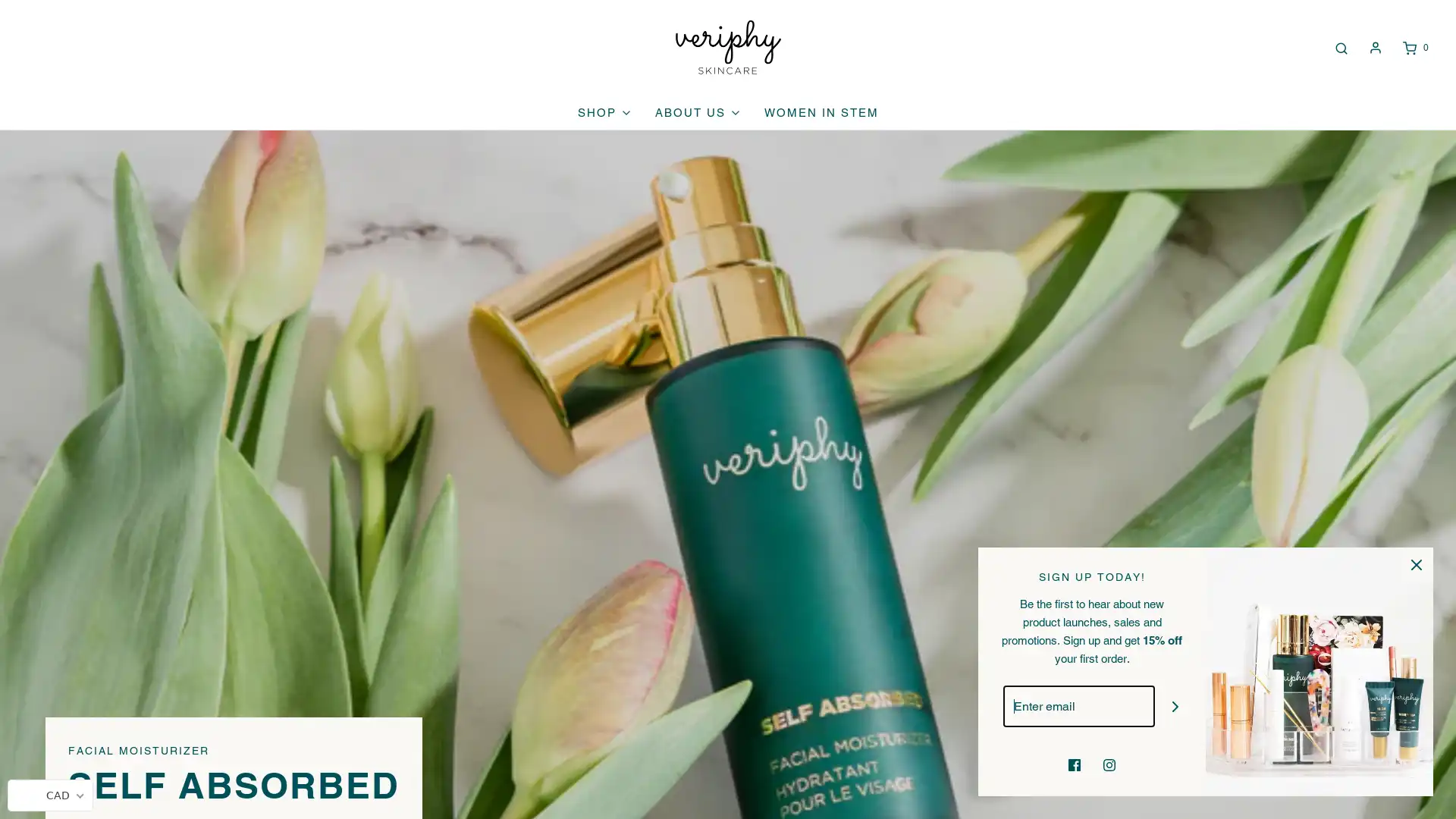 Image resolution: width=1456 pixels, height=819 pixels. I want to click on Join, so click(1174, 706).